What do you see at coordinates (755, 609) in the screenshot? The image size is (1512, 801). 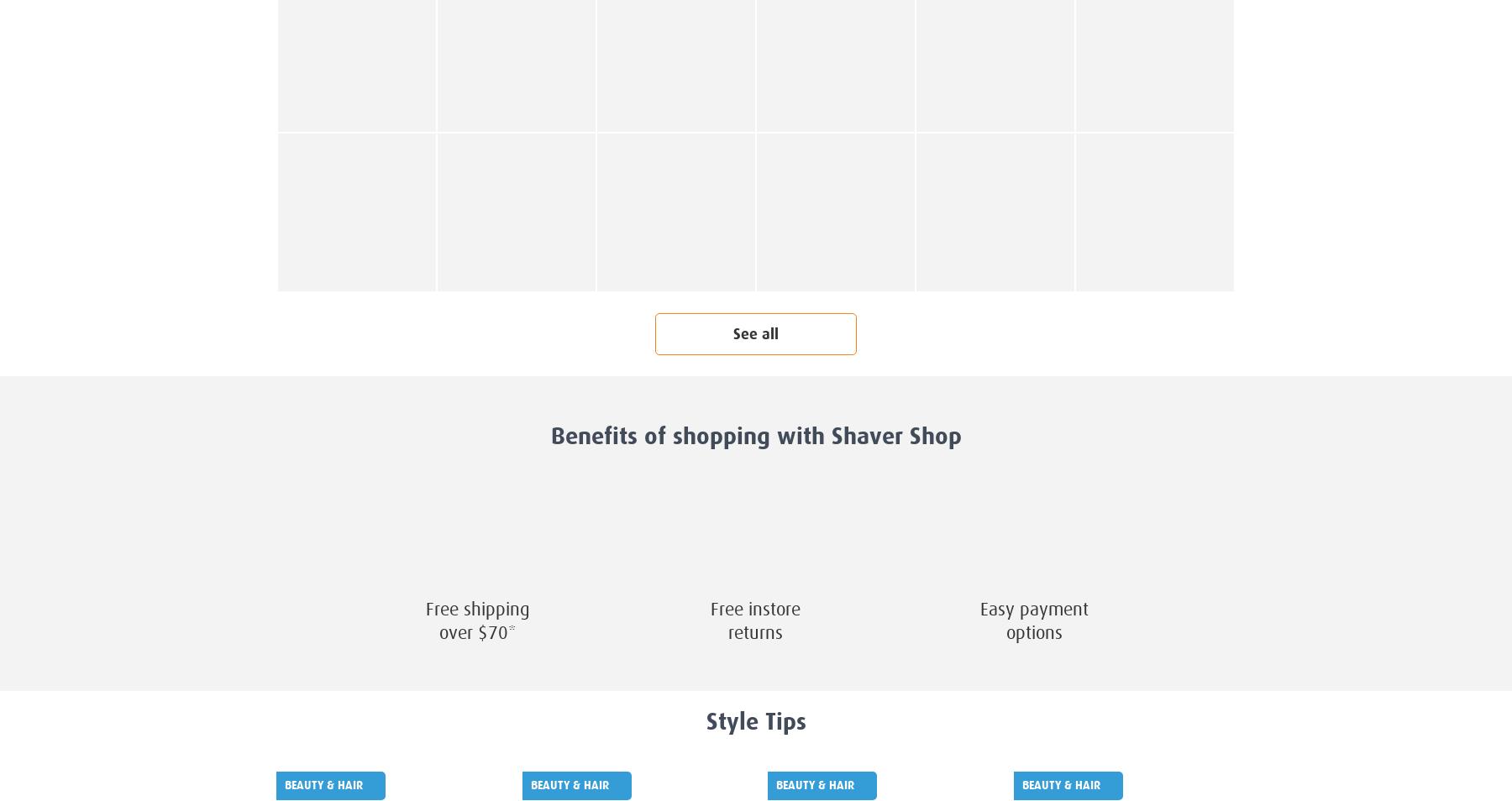 I see `'Free instore'` at bounding box center [755, 609].